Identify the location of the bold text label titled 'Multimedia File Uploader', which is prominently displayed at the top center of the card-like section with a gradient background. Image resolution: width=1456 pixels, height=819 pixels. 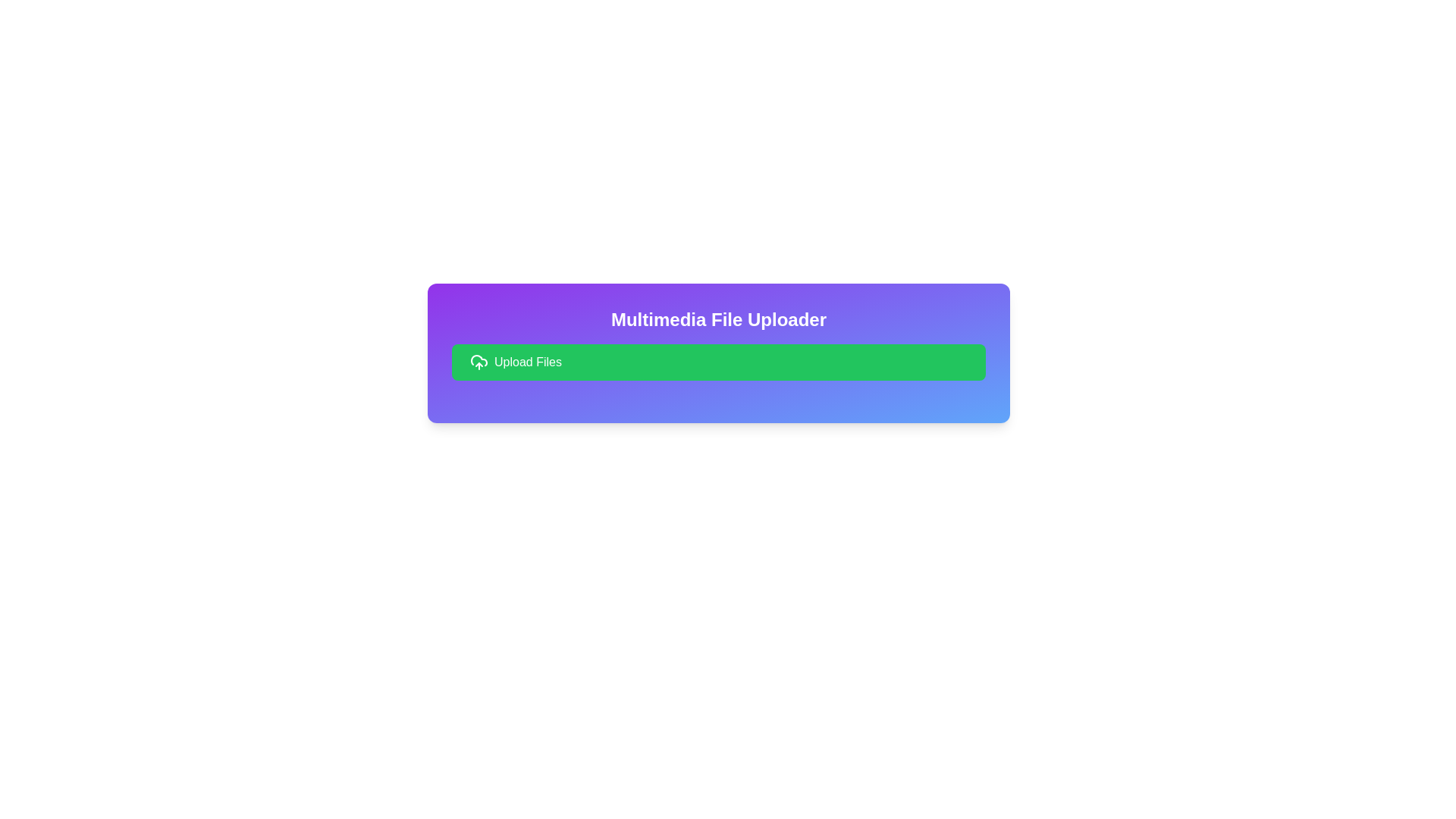
(718, 318).